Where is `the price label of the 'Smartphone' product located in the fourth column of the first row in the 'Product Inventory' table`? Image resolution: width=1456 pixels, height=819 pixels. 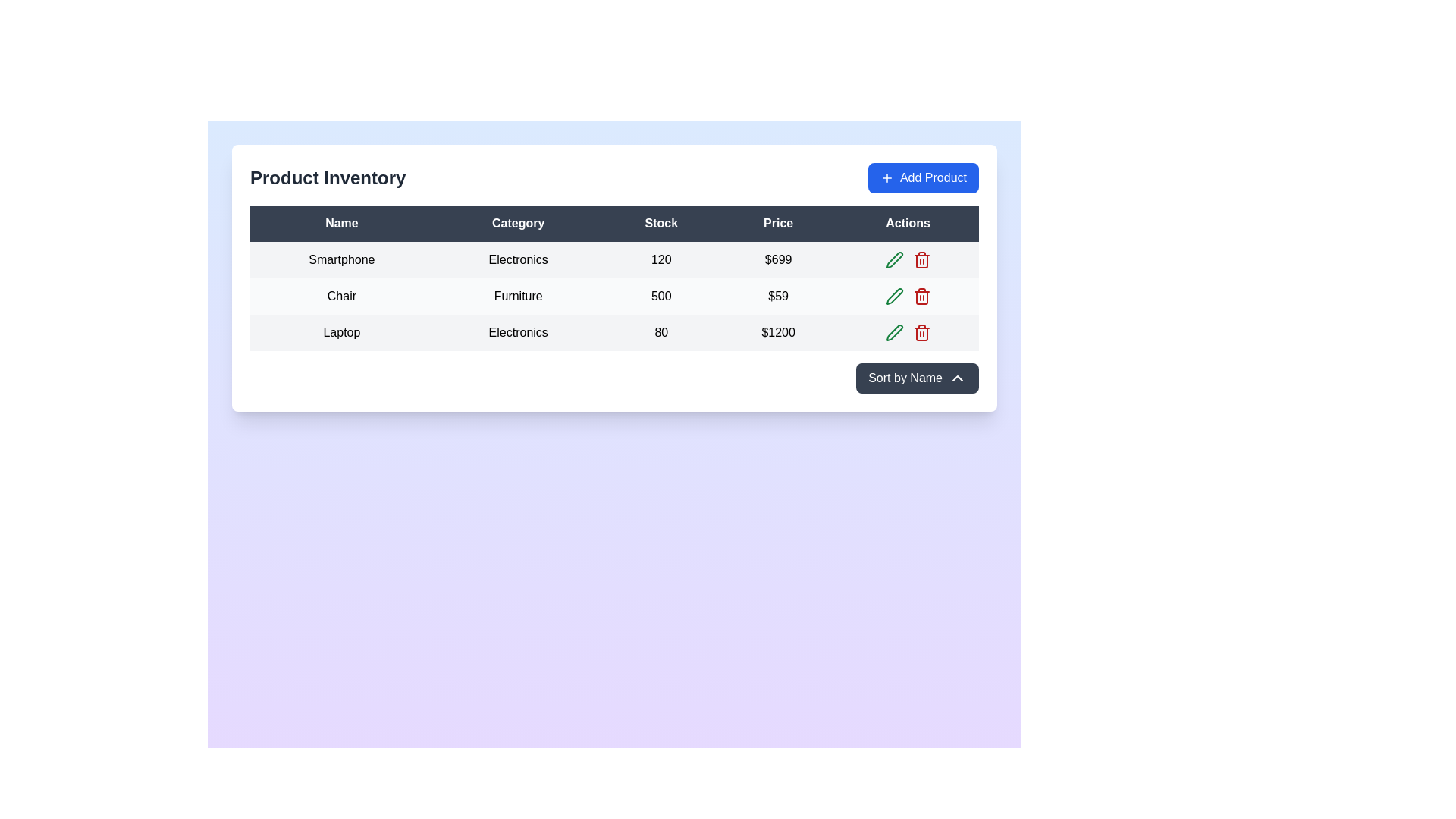 the price label of the 'Smartphone' product located in the fourth column of the first row in the 'Product Inventory' table is located at coordinates (778, 259).